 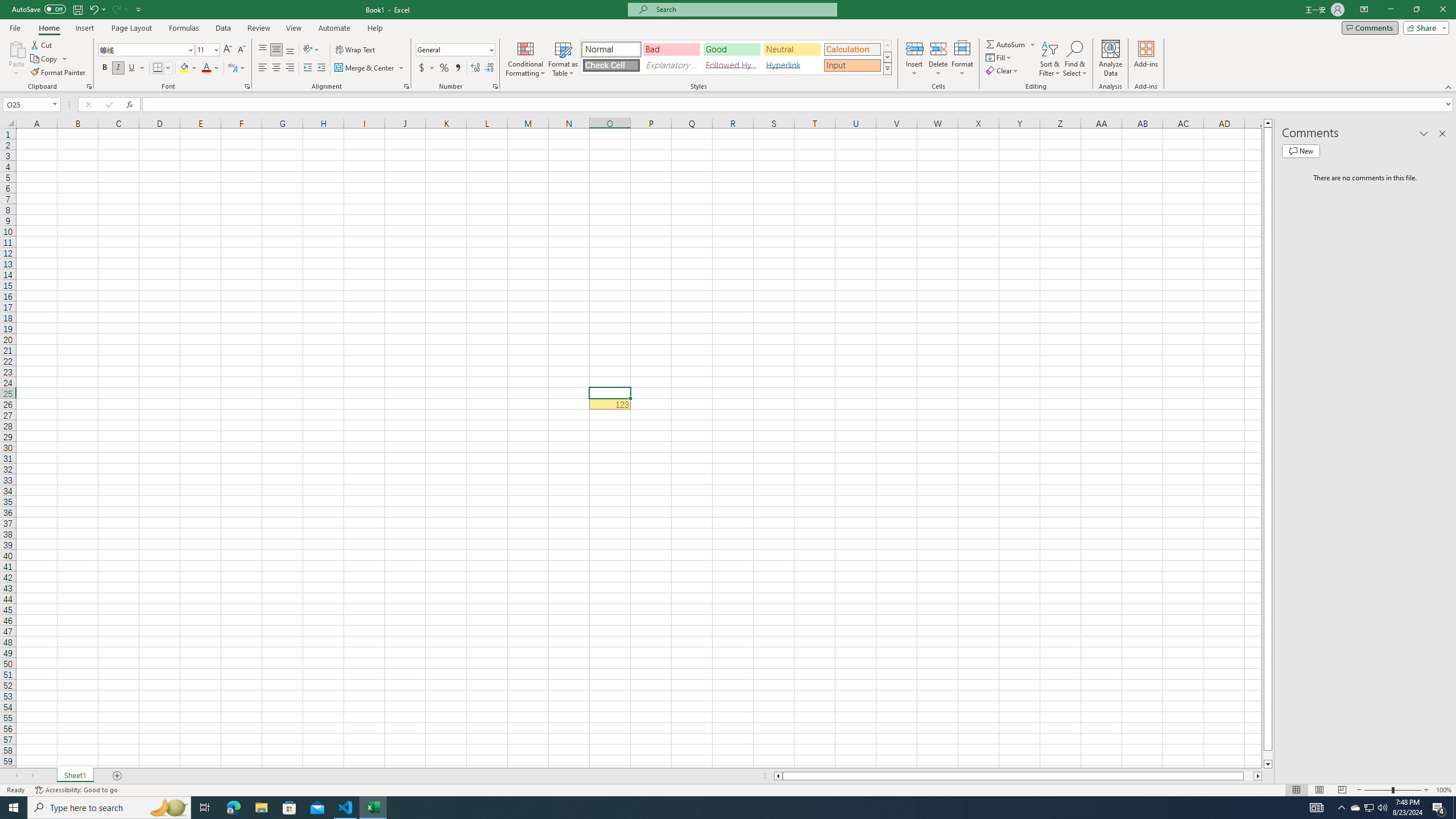 I want to click on 'Fill Color RGB(255, 255, 0)', so click(x=183, y=67).